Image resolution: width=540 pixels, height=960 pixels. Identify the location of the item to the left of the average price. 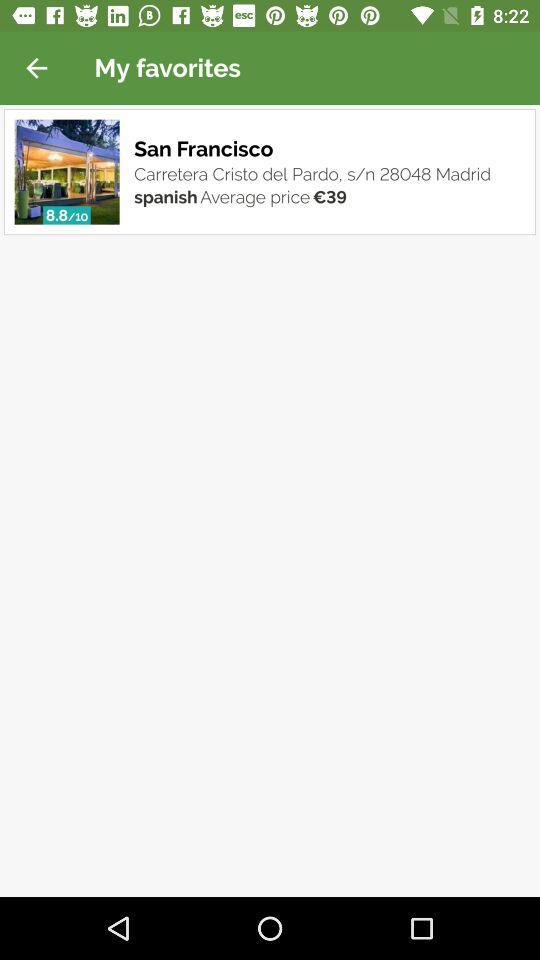
(164, 195).